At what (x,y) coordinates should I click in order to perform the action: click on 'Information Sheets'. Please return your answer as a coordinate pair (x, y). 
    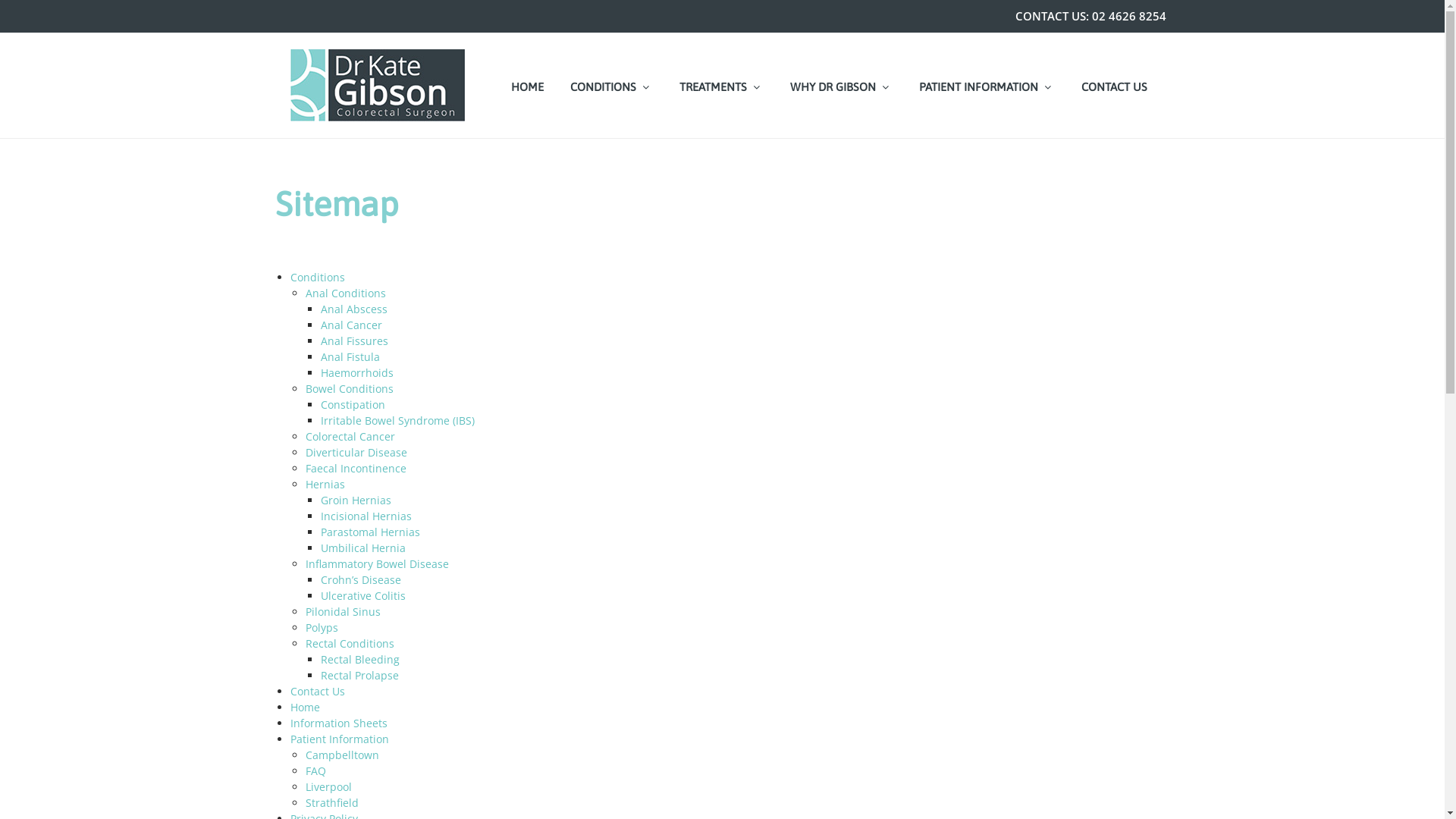
    Looking at the image, I should click on (337, 722).